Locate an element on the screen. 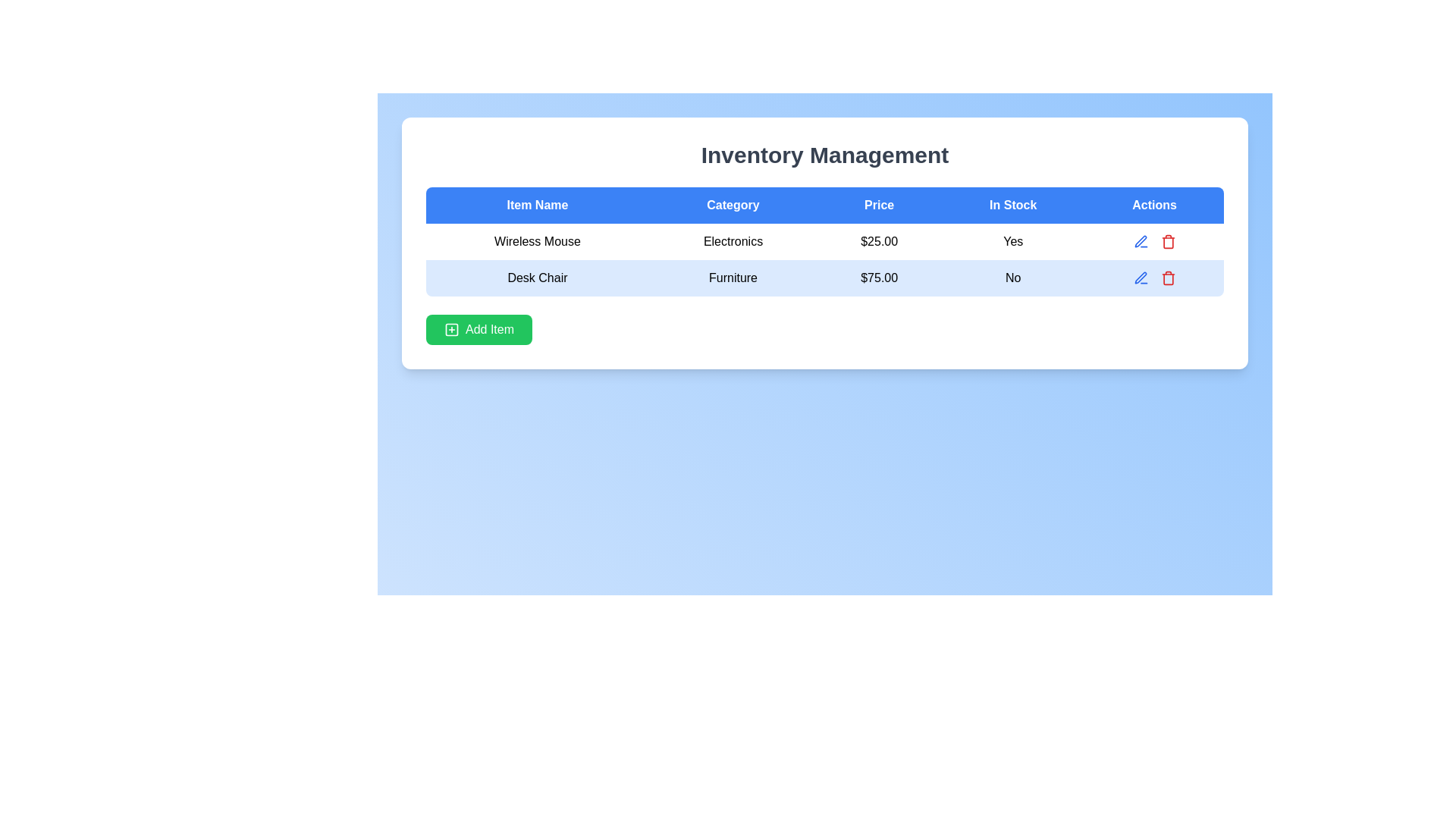  the text display element that shows 'Electronics' in the 'Category' column of the 'Wireless Mouse' row is located at coordinates (733, 241).